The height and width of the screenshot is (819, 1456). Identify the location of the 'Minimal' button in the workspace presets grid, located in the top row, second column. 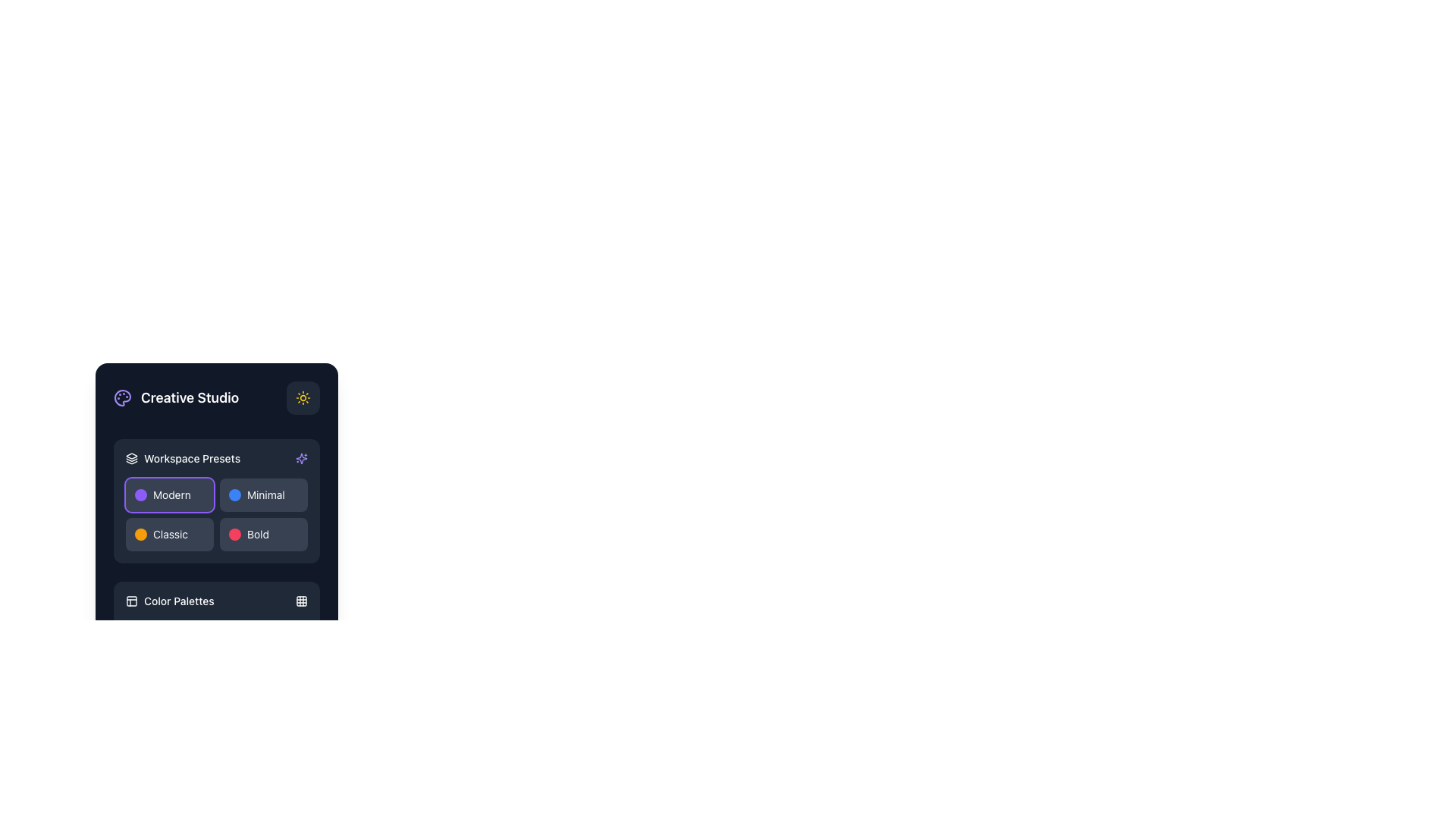
(263, 494).